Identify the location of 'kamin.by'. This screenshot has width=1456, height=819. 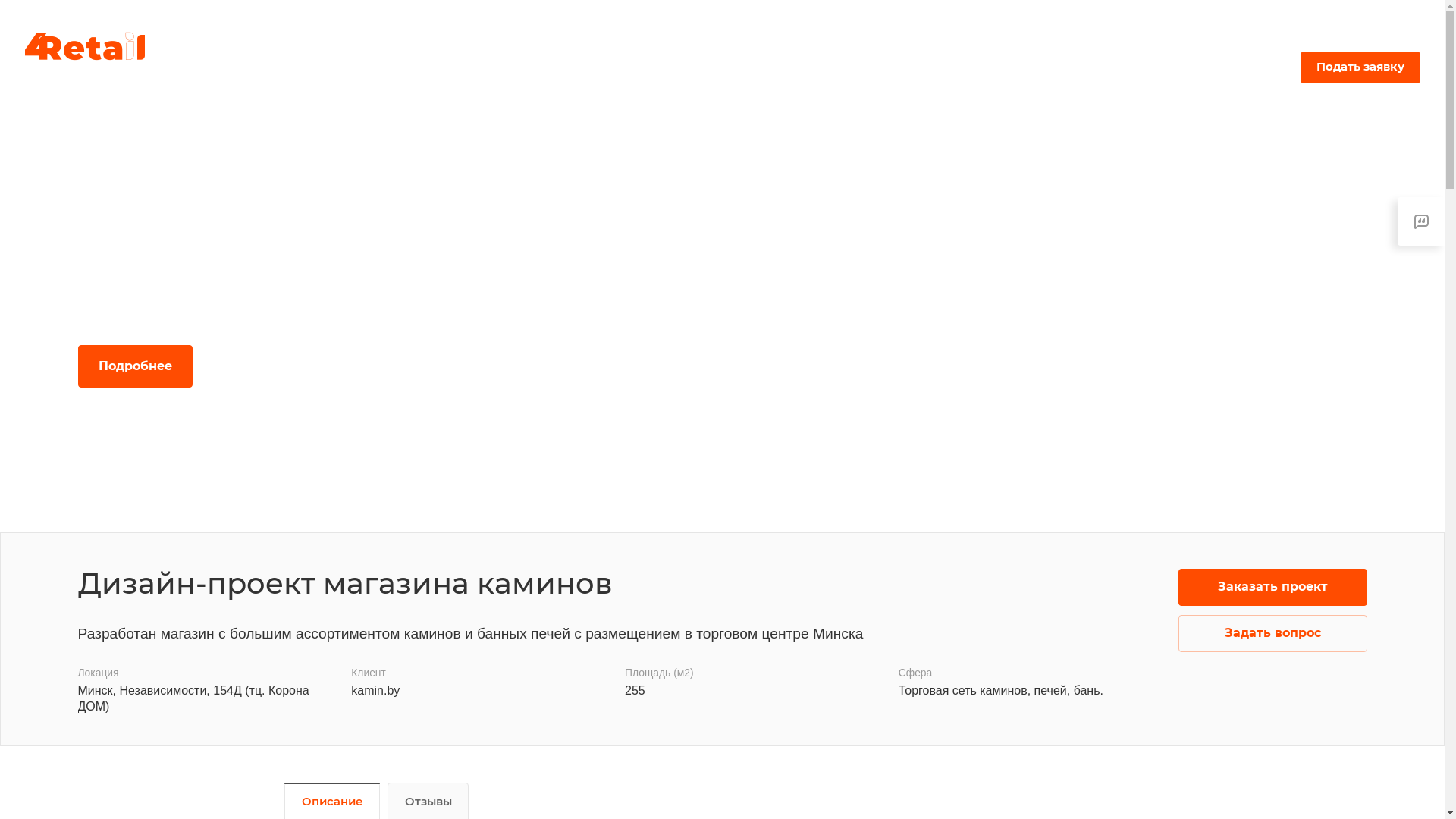
(375, 690).